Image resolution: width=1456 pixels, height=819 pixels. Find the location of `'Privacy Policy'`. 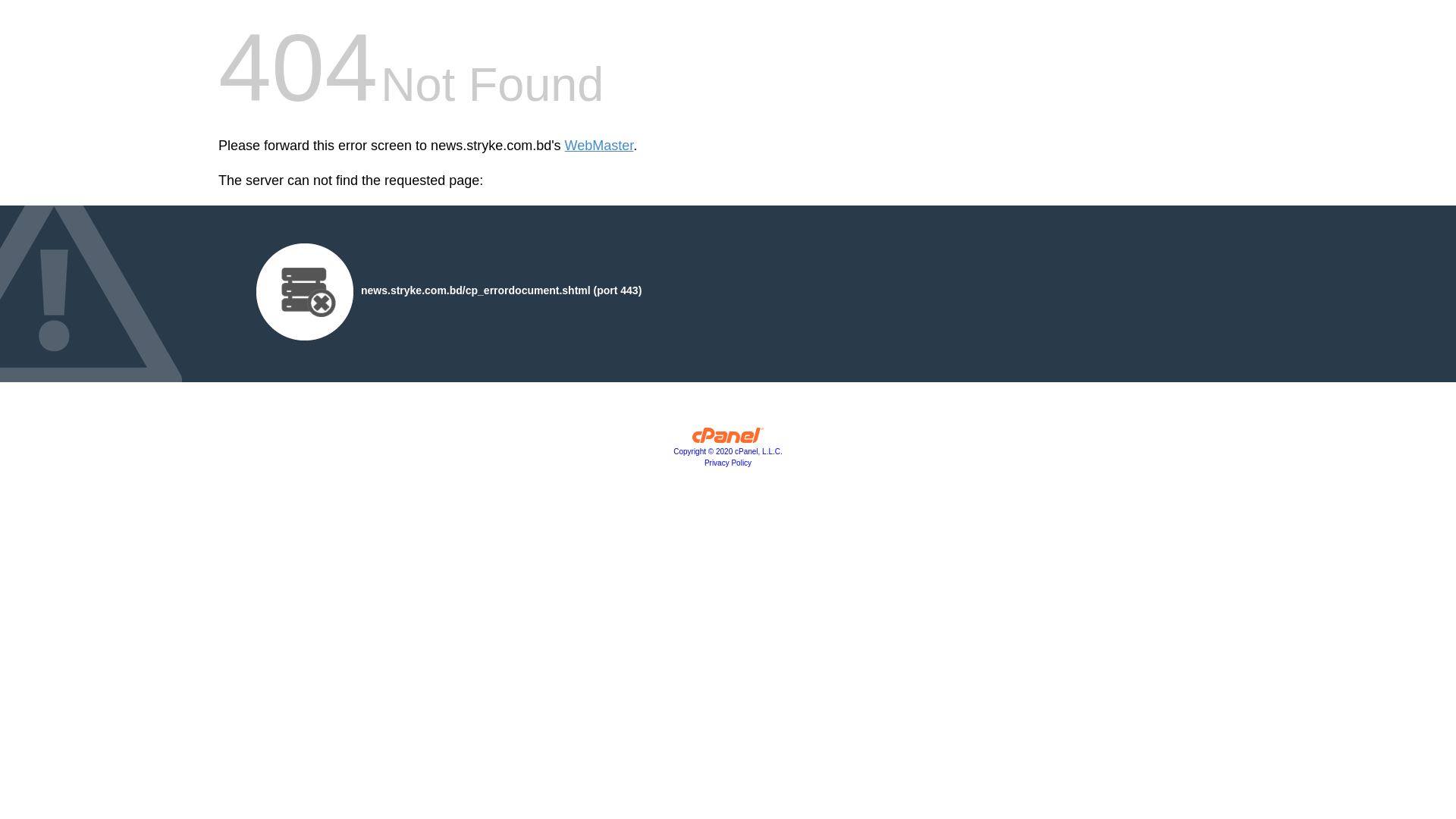

'Privacy Policy' is located at coordinates (728, 462).